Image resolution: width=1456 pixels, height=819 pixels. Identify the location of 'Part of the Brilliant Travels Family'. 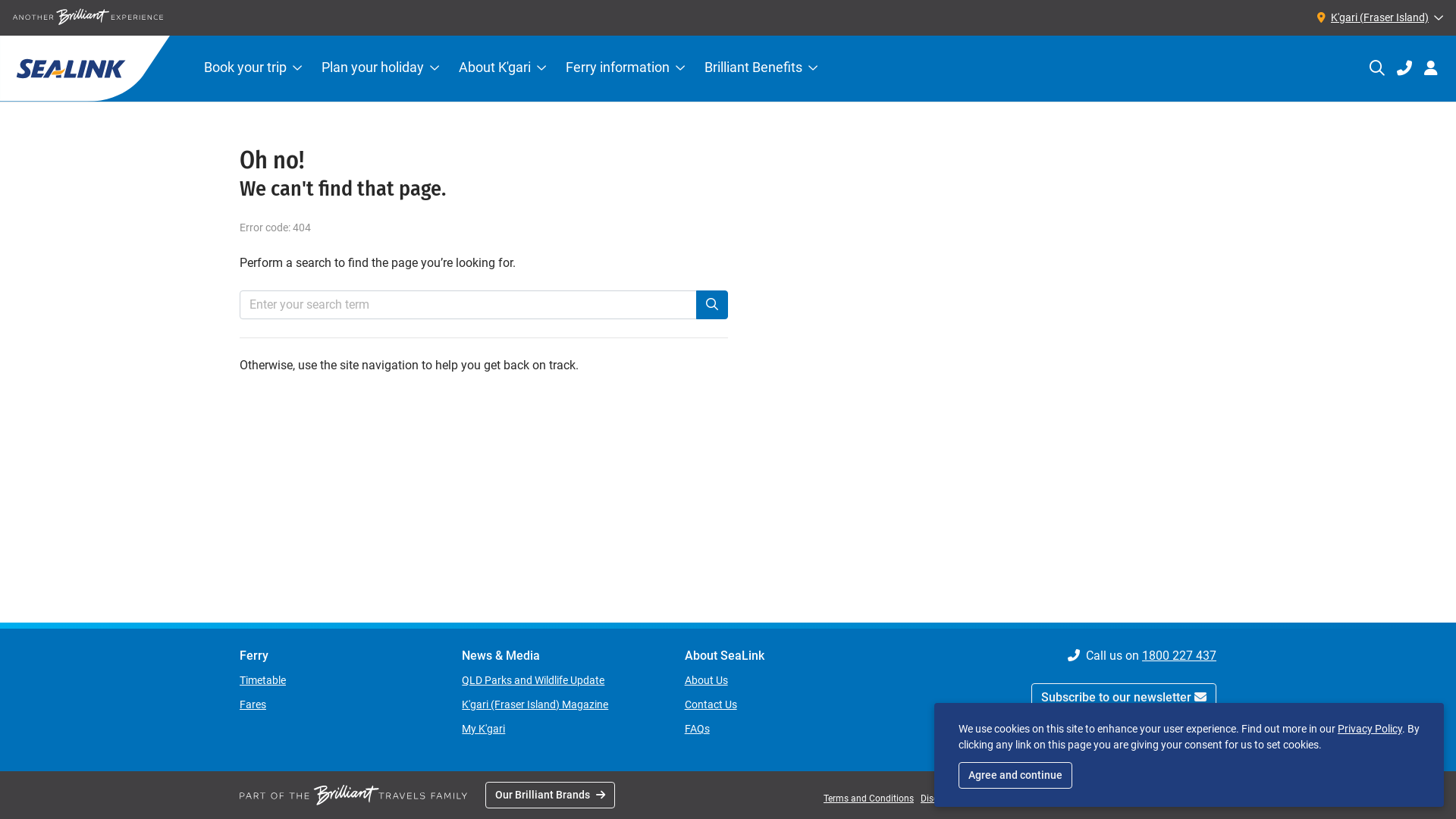
(352, 794).